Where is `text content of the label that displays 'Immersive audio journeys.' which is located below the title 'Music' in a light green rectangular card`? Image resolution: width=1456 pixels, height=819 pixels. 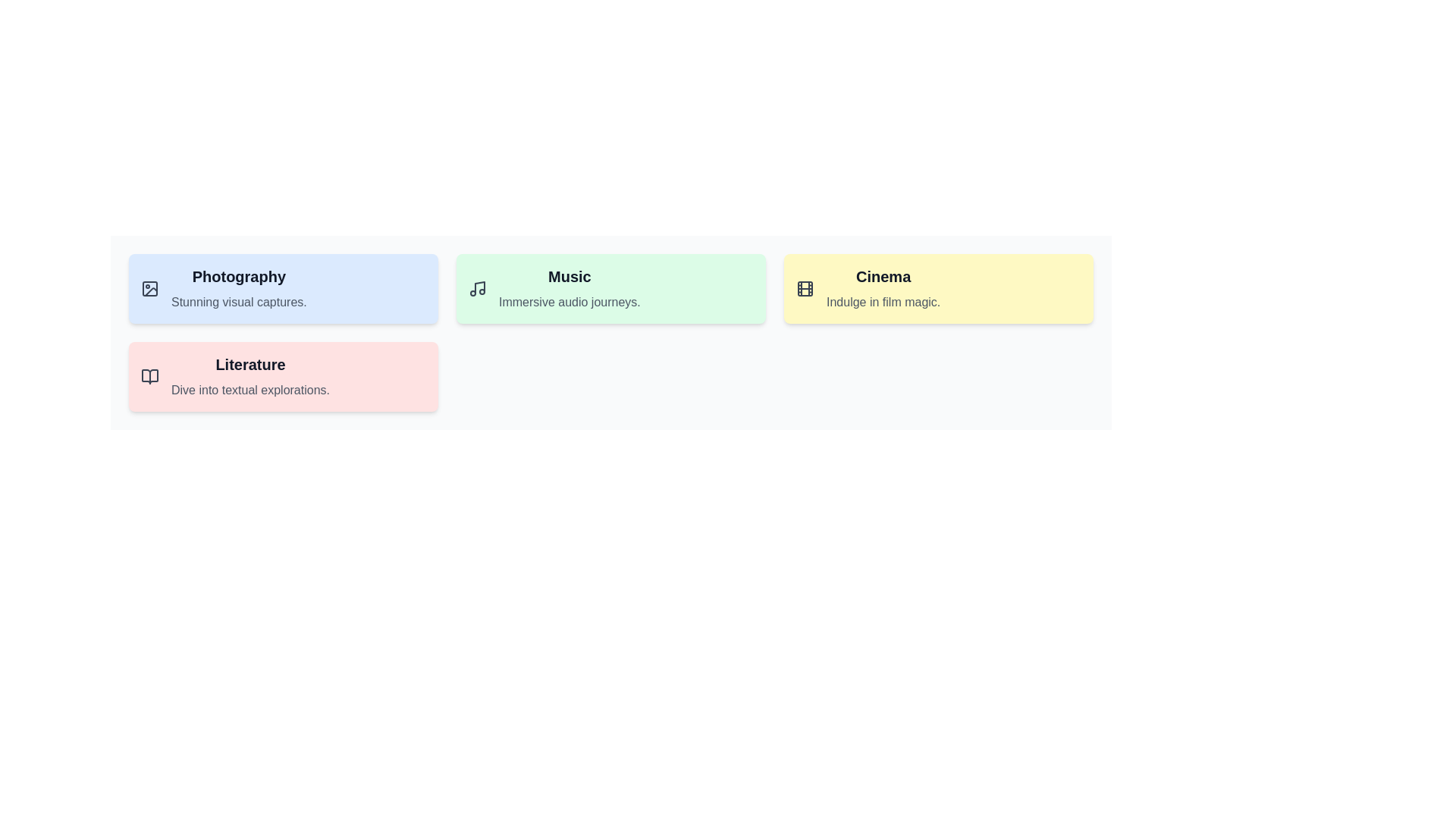 text content of the label that displays 'Immersive audio journeys.' which is located below the title 'Music' in a light green rectangular card is located at coordinates (569, 302).